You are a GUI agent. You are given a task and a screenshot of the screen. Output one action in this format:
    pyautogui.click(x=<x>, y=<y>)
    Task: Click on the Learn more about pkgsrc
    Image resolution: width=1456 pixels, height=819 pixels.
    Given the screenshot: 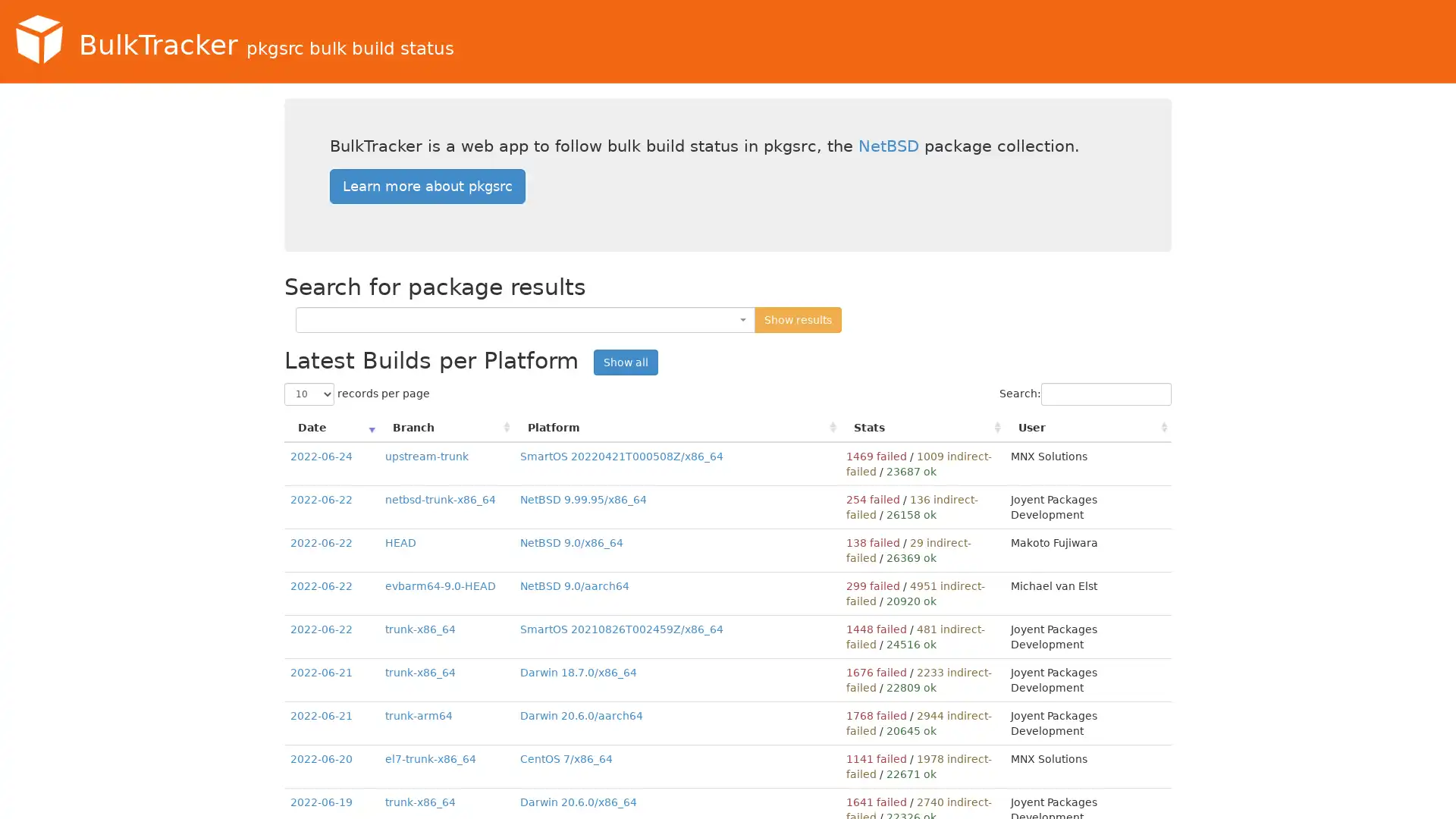 What is the action you would take?
    pyautogui.click(x=427, y=185)
    